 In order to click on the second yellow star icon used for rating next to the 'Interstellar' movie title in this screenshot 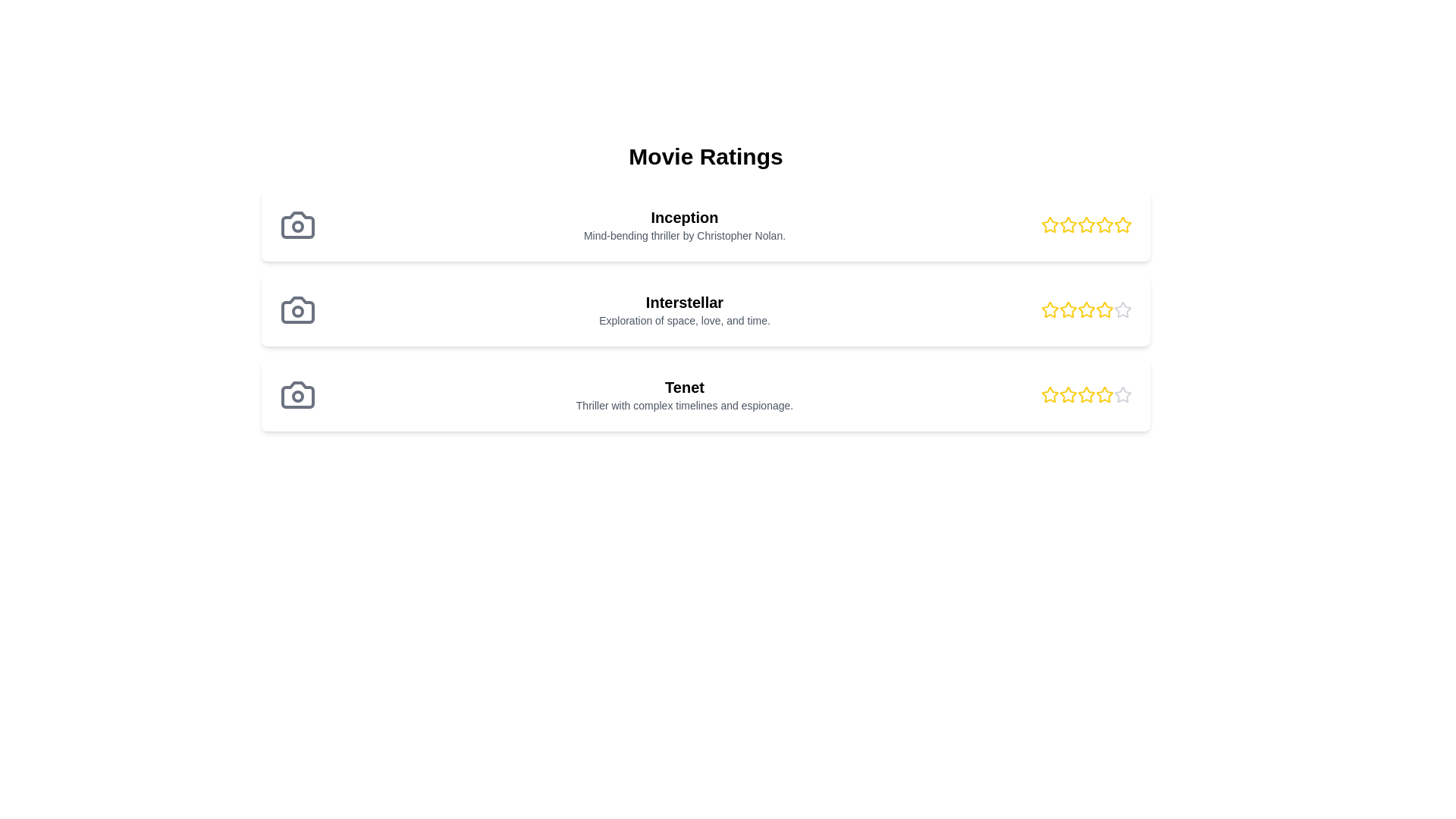, I will do `click(1050, 309)`.